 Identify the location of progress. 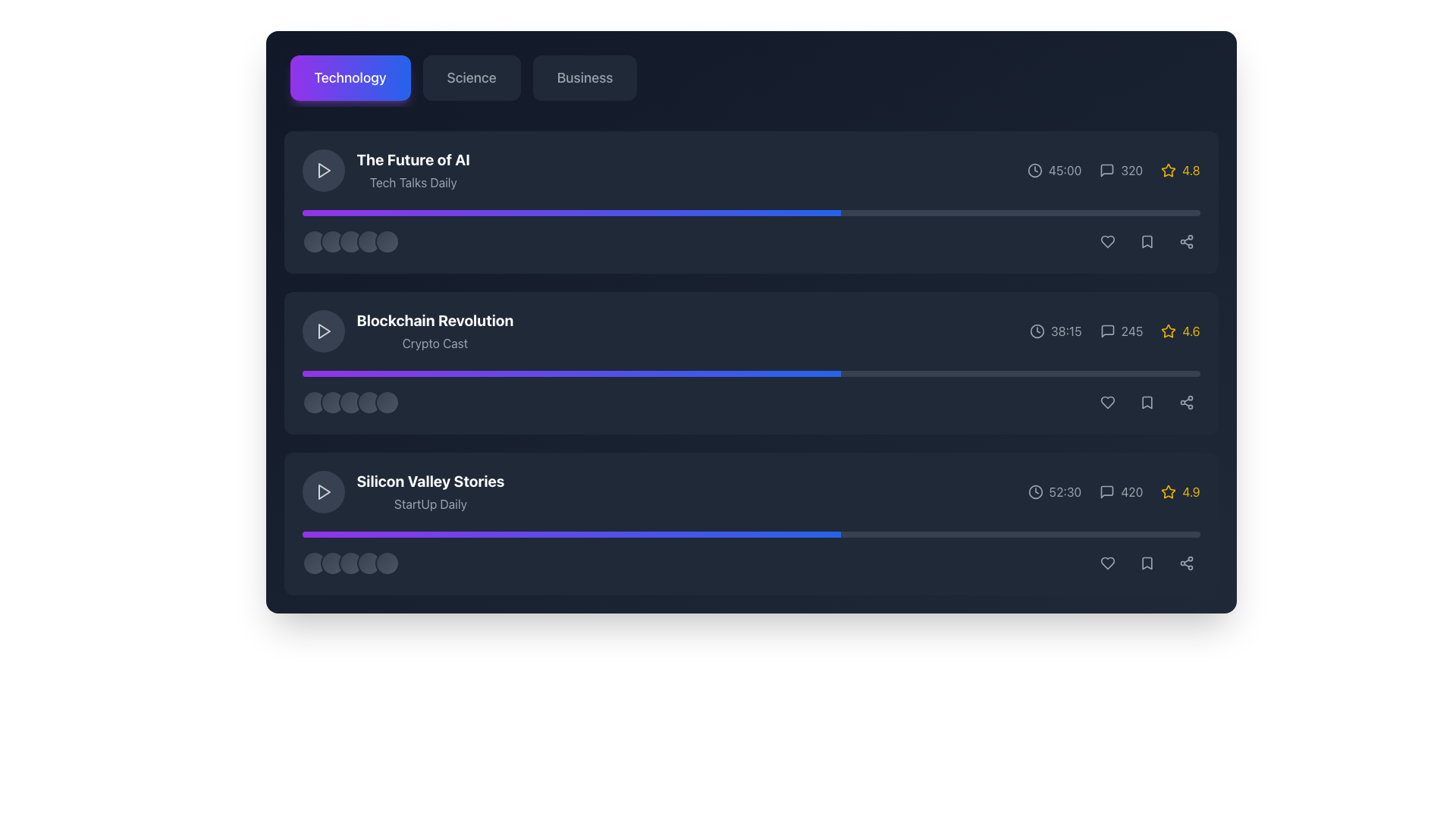
(447, 374).